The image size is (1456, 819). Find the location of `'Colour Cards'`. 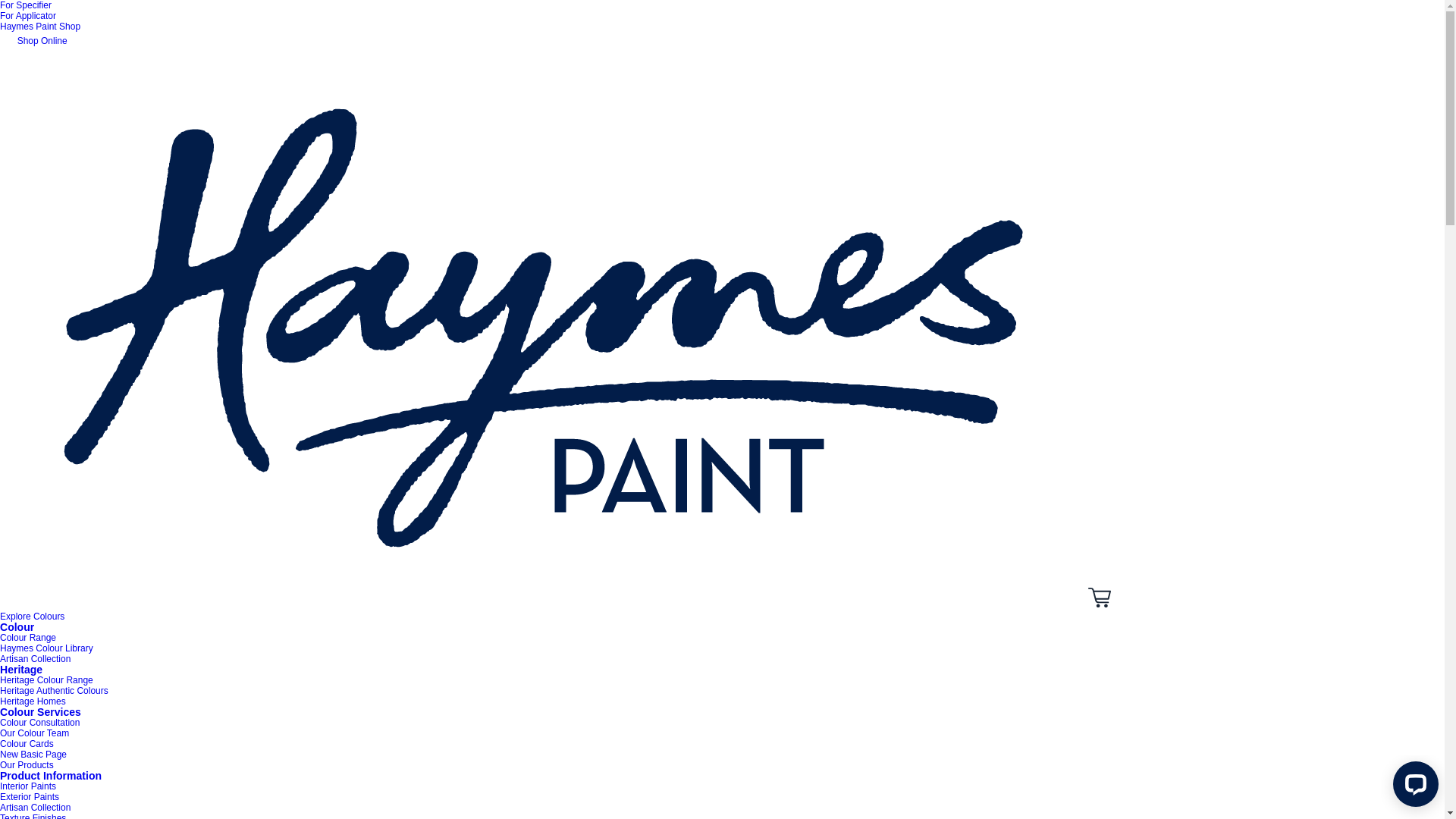

'Colour Cards' is located at coordinates (27, 742).